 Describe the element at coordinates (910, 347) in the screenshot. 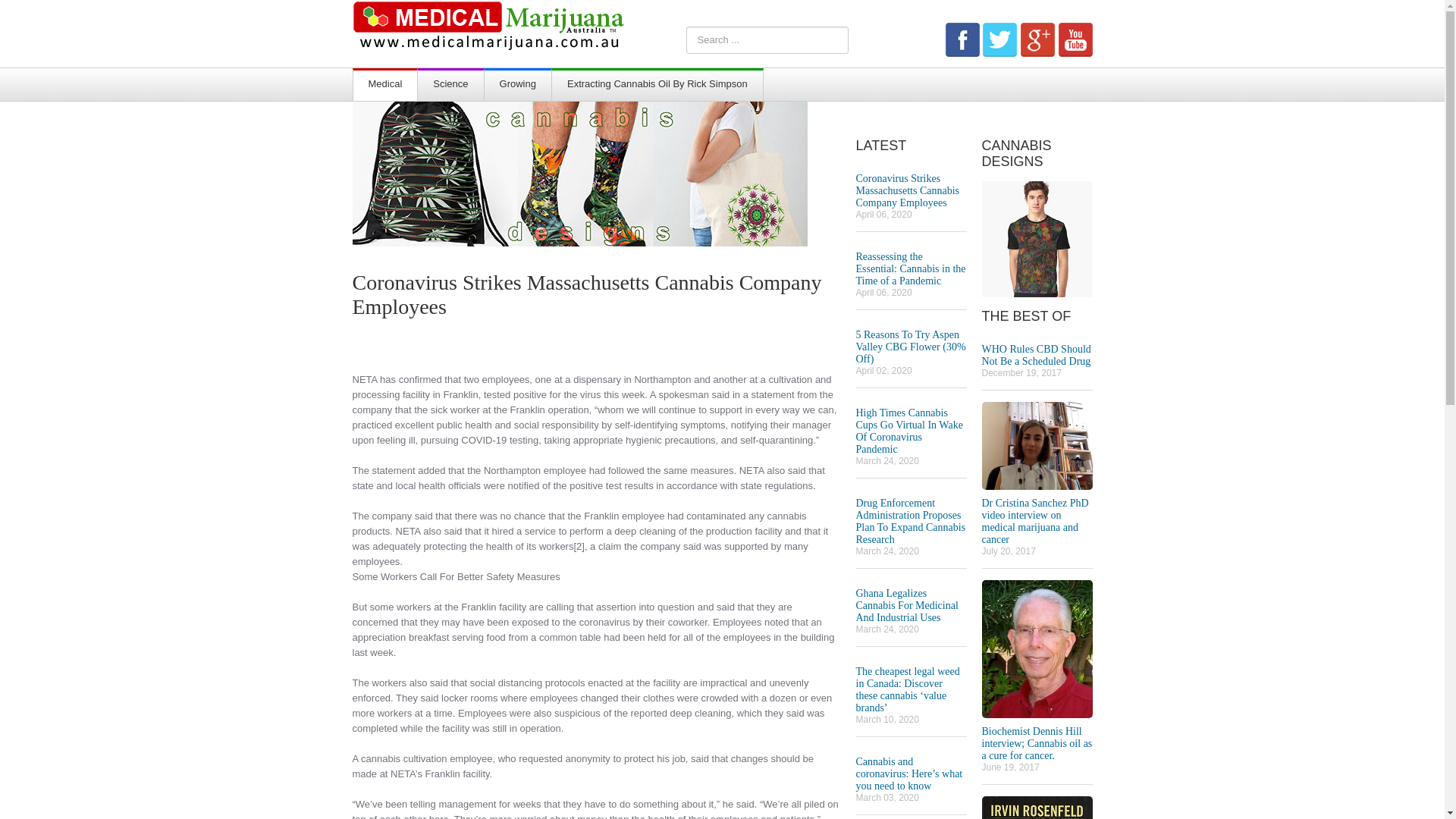

I see `'5 Reasons To Try Aspen Valley CBG Flower (30% Off)'` at that location.